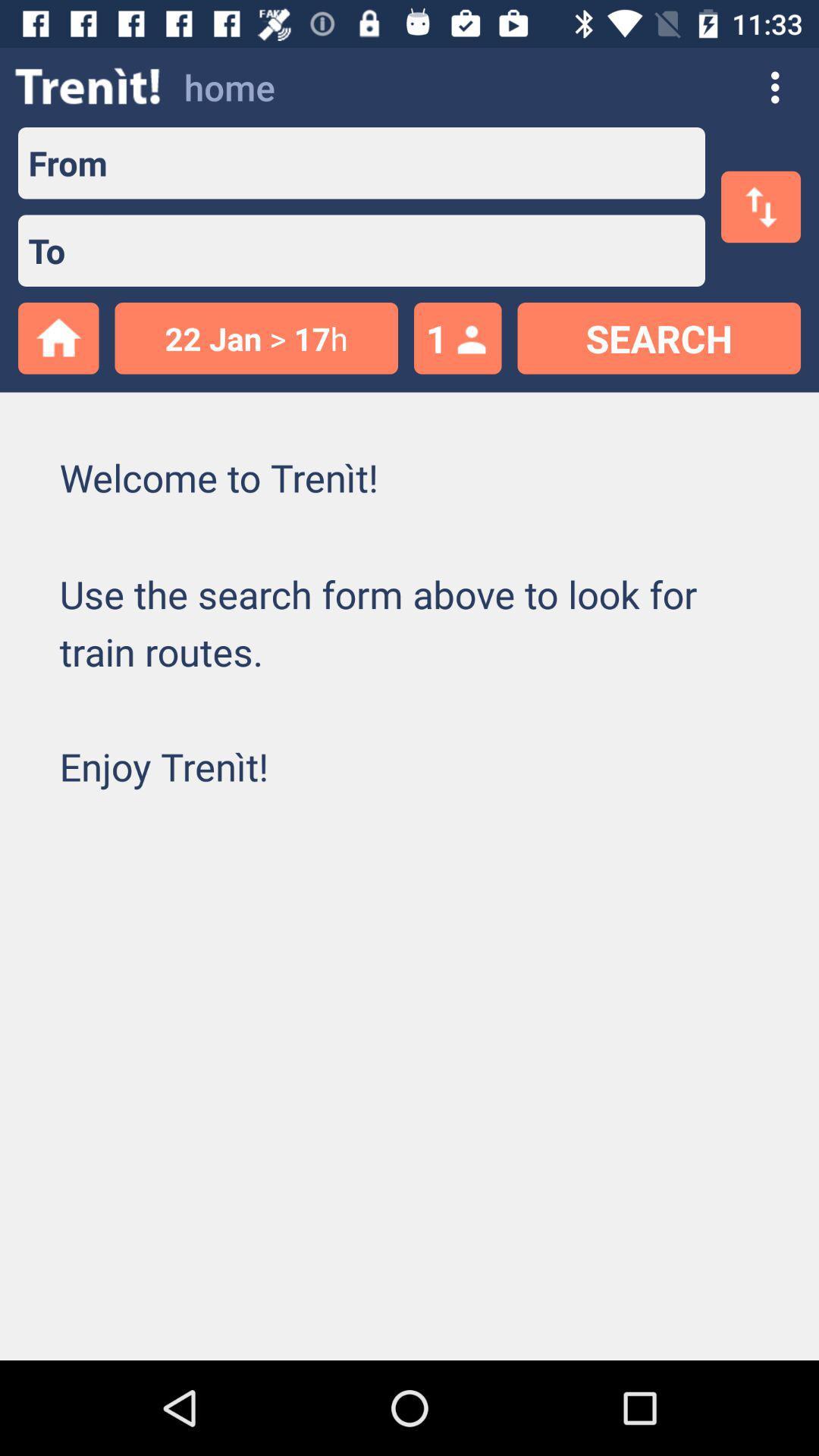  I want to click on from item, so click(61, 163).